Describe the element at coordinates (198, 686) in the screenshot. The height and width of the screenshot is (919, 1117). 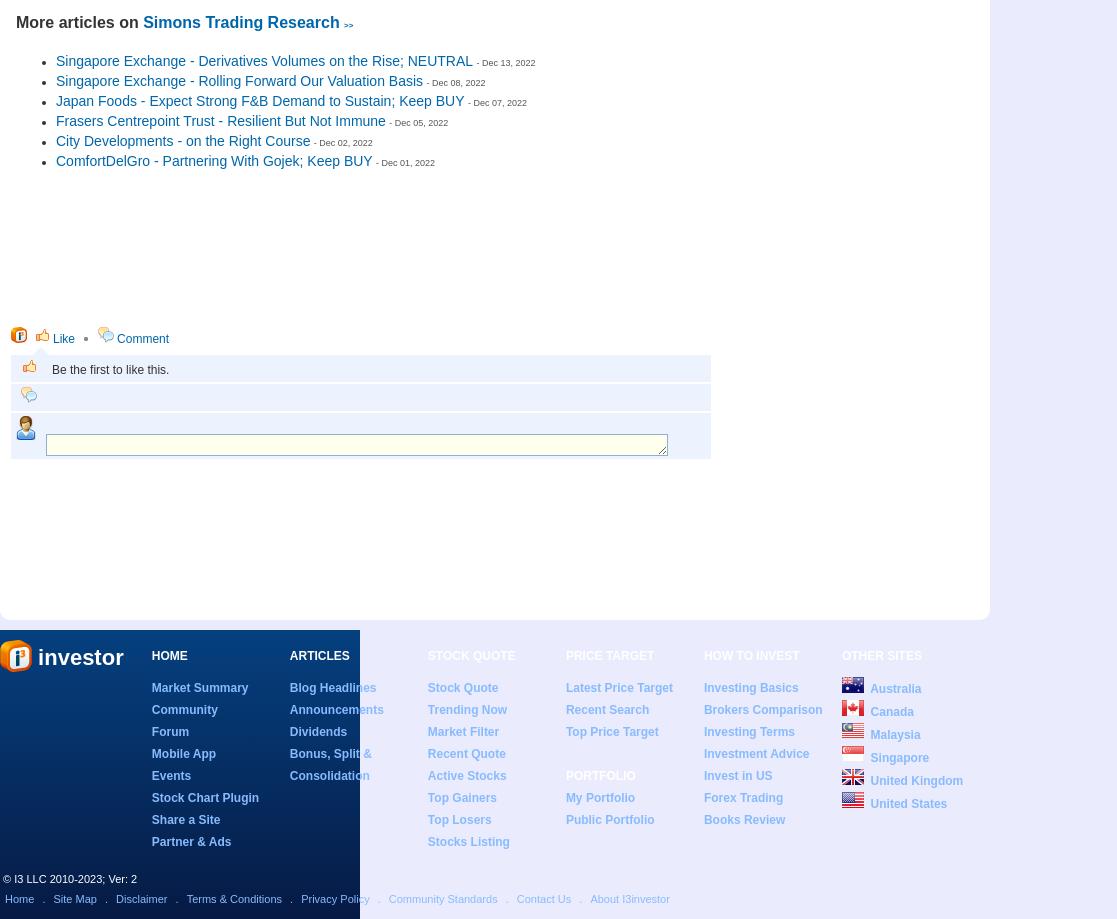
I see `'Market Summary'` at that location.